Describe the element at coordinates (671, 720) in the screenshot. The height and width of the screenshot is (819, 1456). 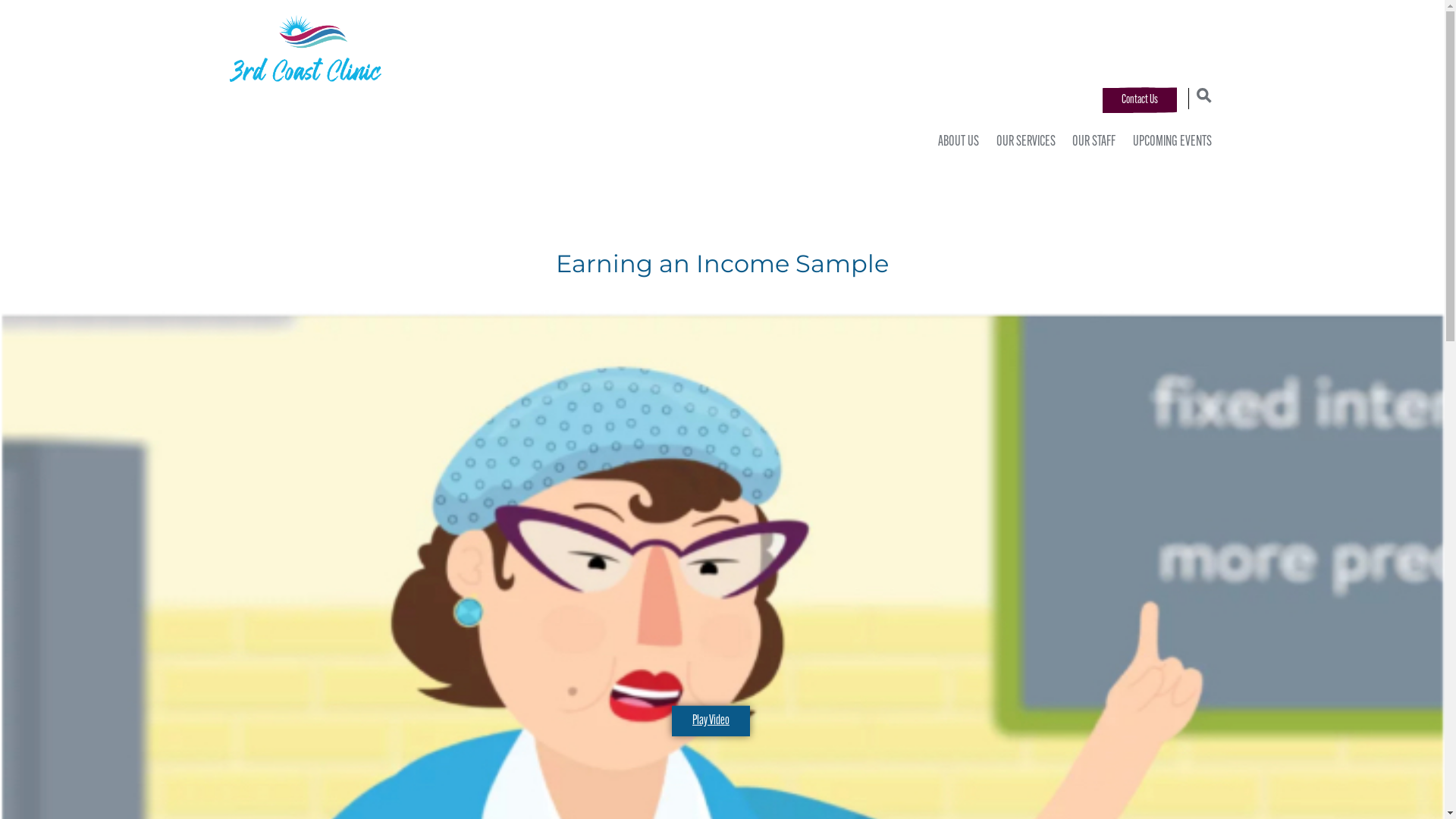
I see `'Play Video'` at that location.